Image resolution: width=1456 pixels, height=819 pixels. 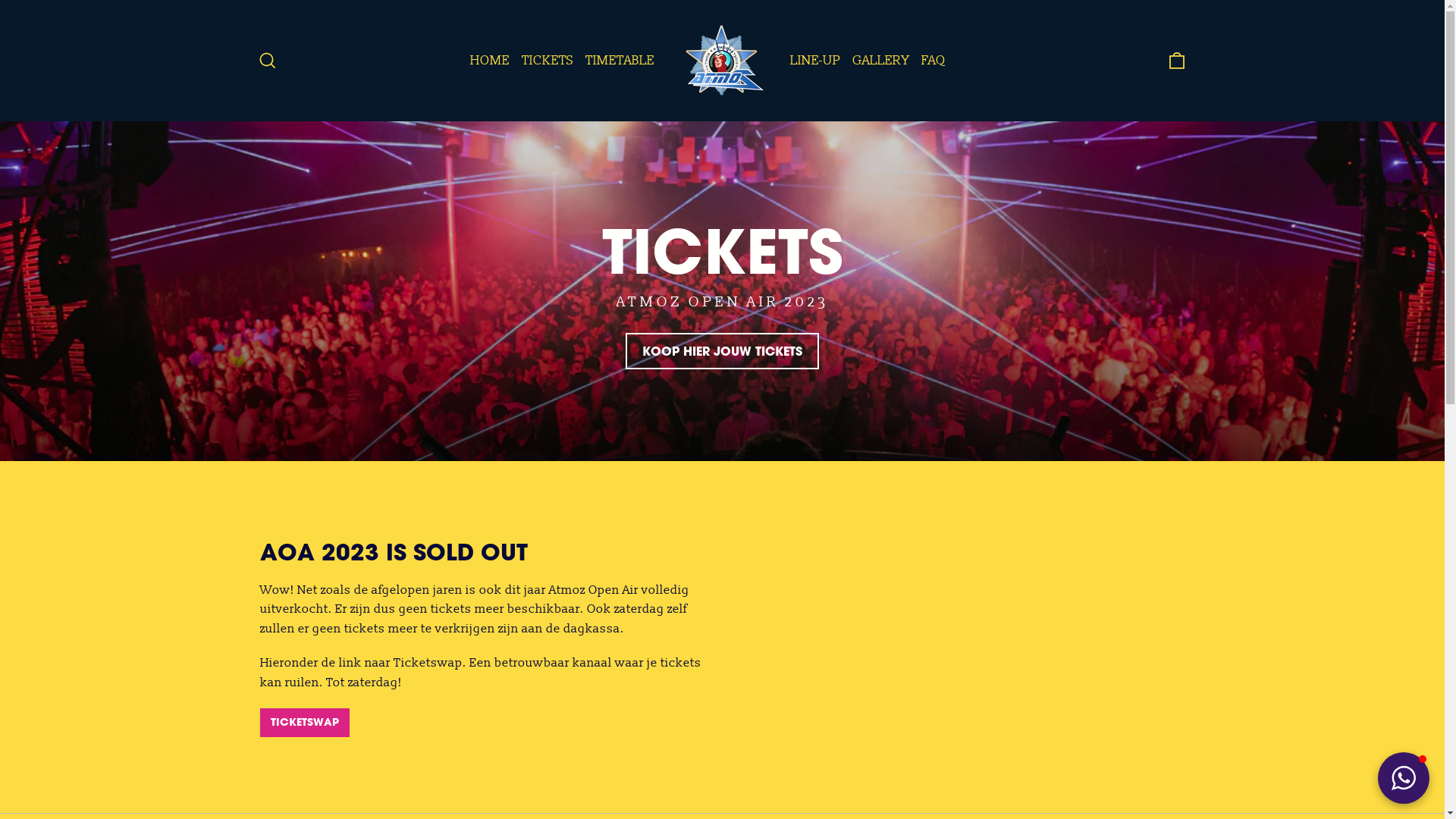 What do you see at coordinates (303, 721) in the screenshot?
I see `'TICKETSWAP'` at bounding box center [303, 721].